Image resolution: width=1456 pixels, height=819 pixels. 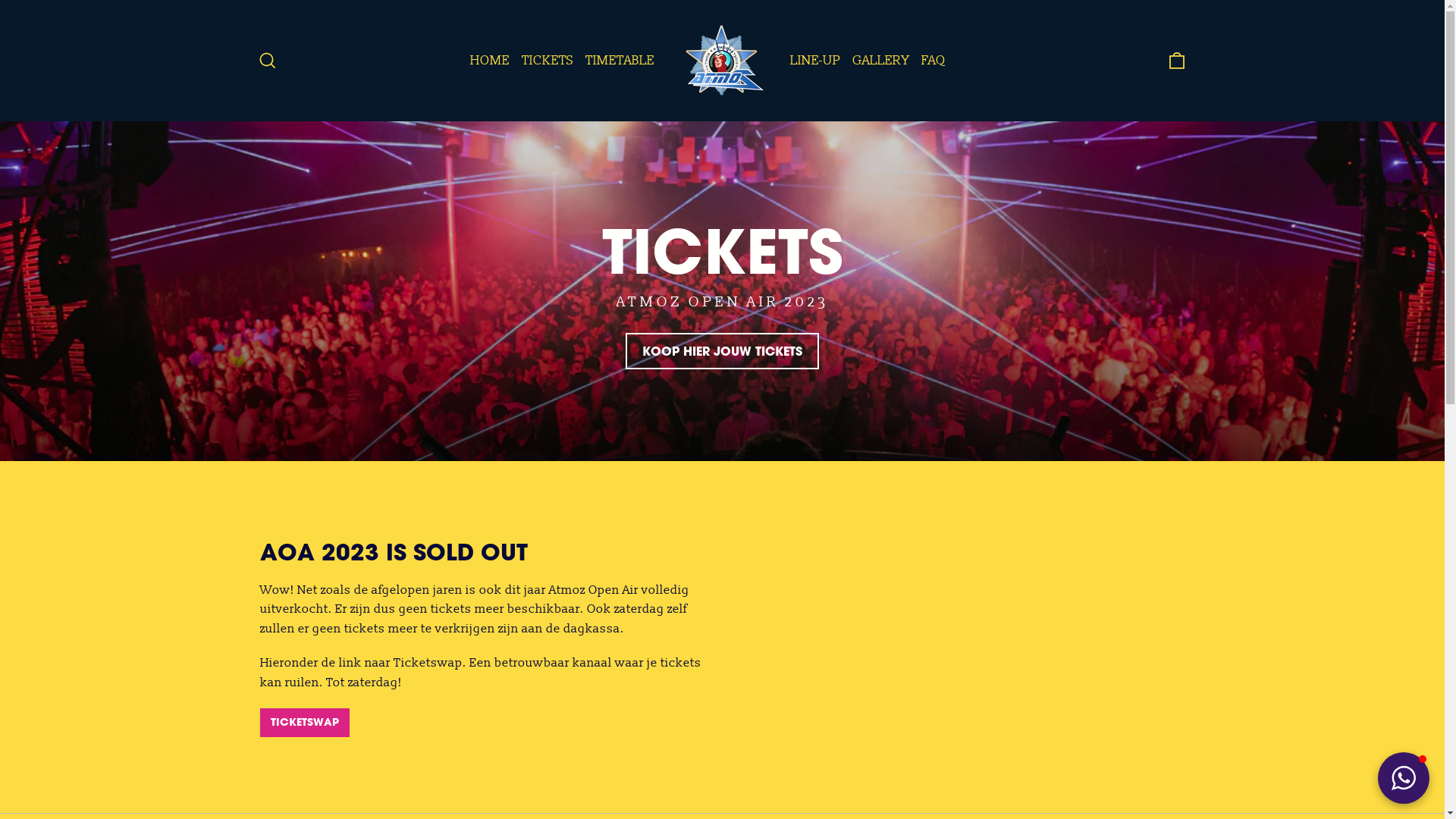 What do you see at coordinates (303, 721) in the screenshot?
I see `'TICKETSWAP'` at bounding box center [303, 721].